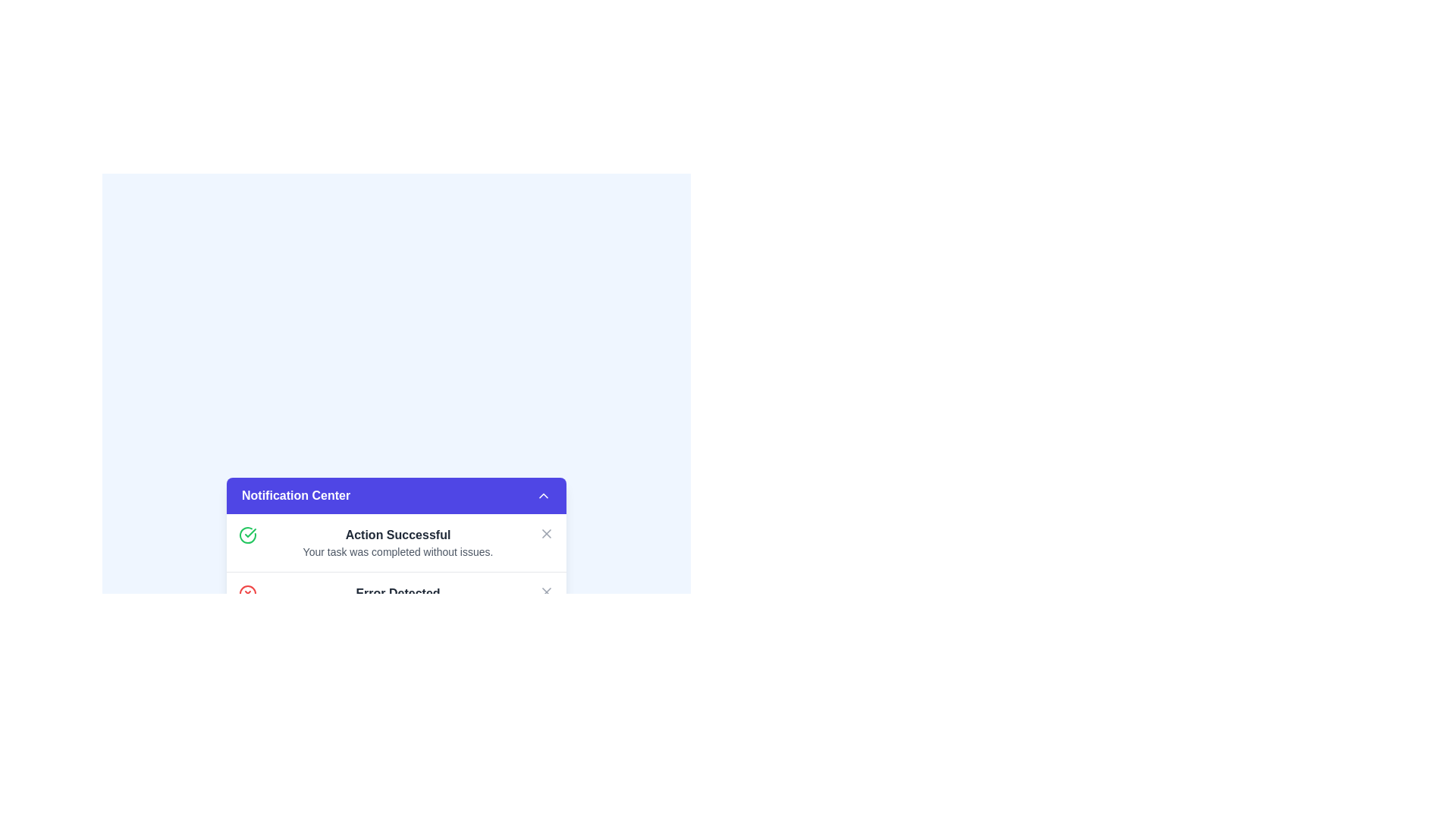  I want to click on the small triangular-shaped button resembling an upward-pointing arrow with a white outline, located in the top-right corner of the 'Notification Center' header, so click(543, 496).